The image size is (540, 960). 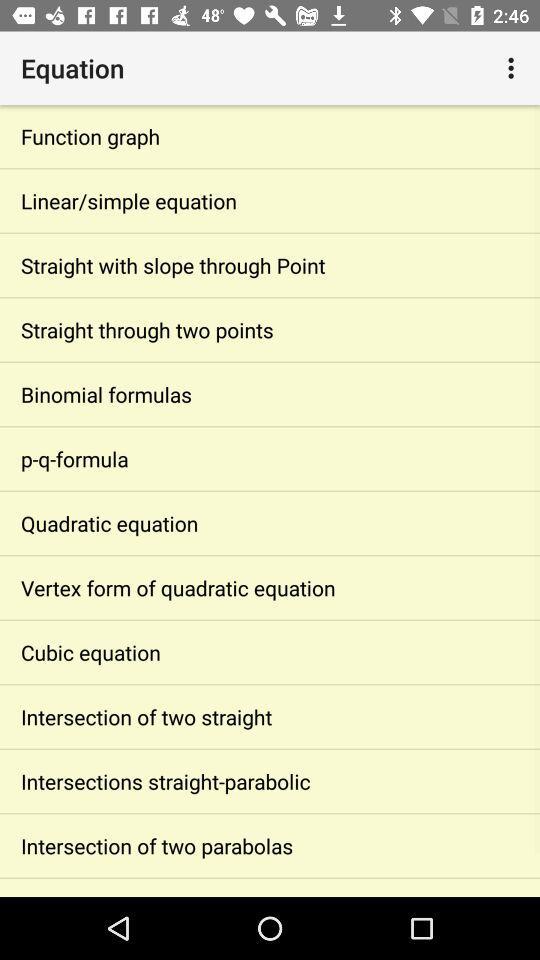 I want to click on binomial formulas app, so click(x=270, y=393).